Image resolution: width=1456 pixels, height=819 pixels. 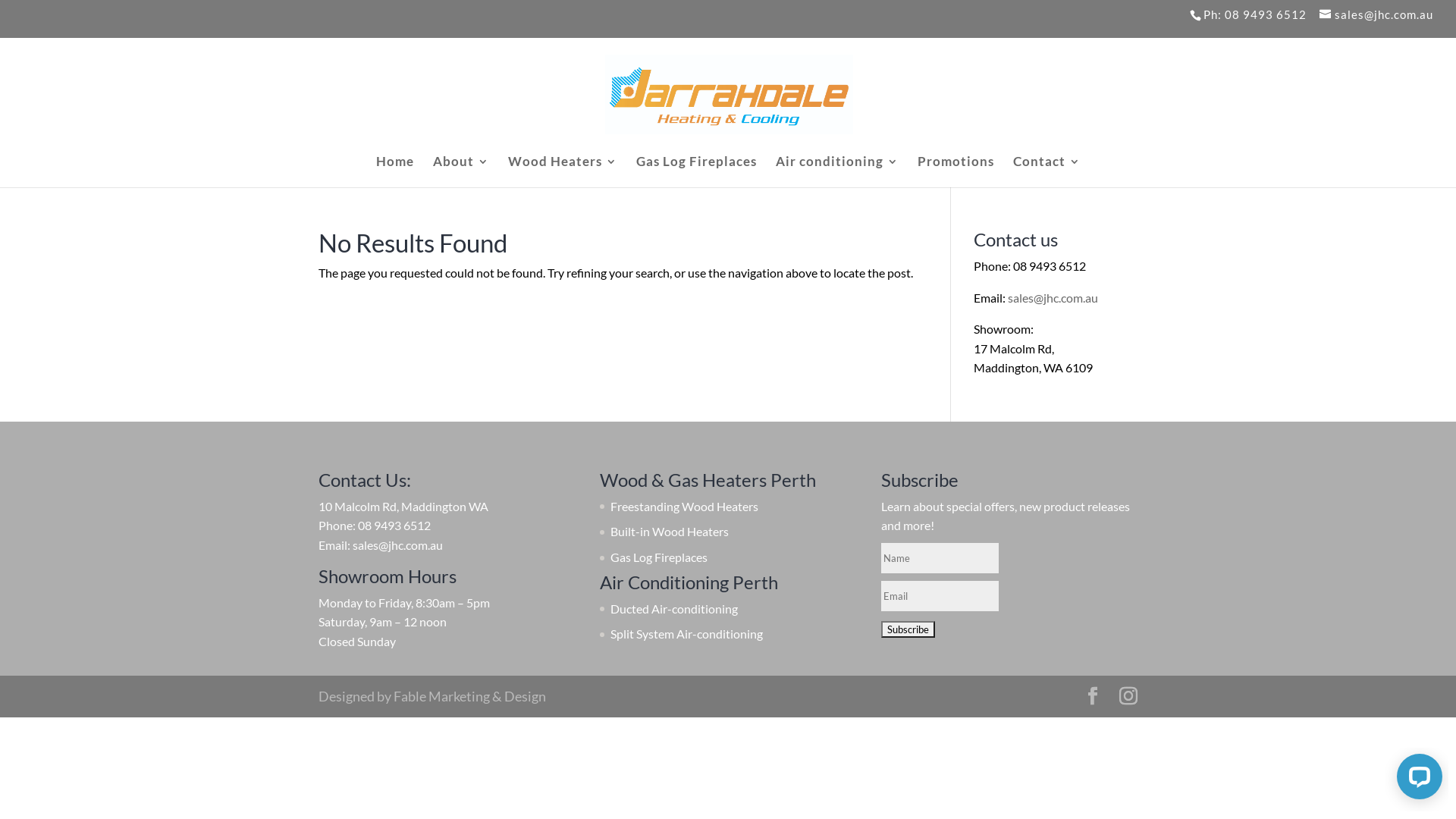 I want to click on 'LiveChat chat widget', so click(x=1384, y=780).